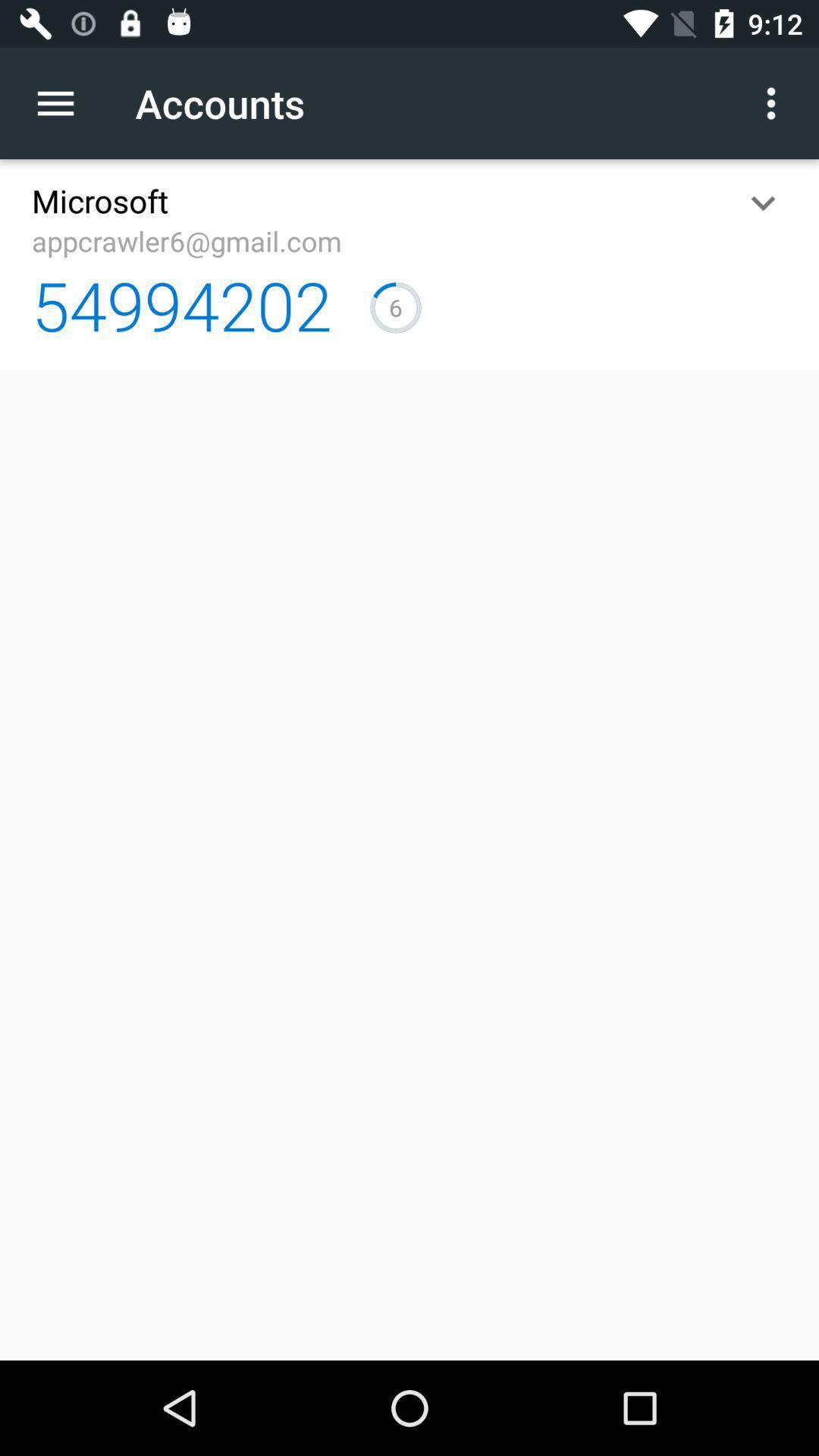 The width and height of the screenshot is (819, 1456). I want to click on microsoft app, so click(99, 199).